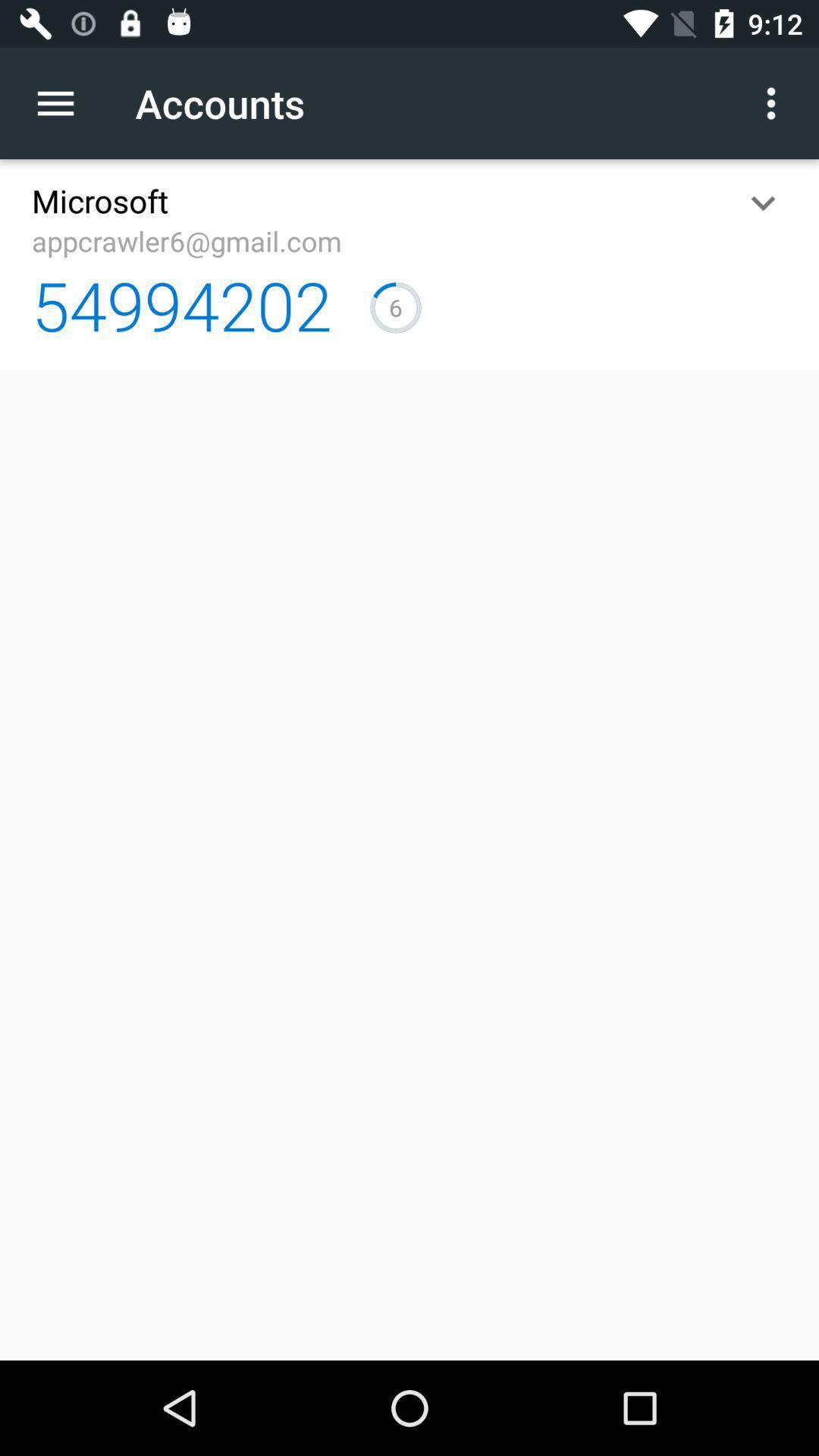 The width and height of the screenshot is (819, 1456). I want to click on microsoft app, so click(99, 199).